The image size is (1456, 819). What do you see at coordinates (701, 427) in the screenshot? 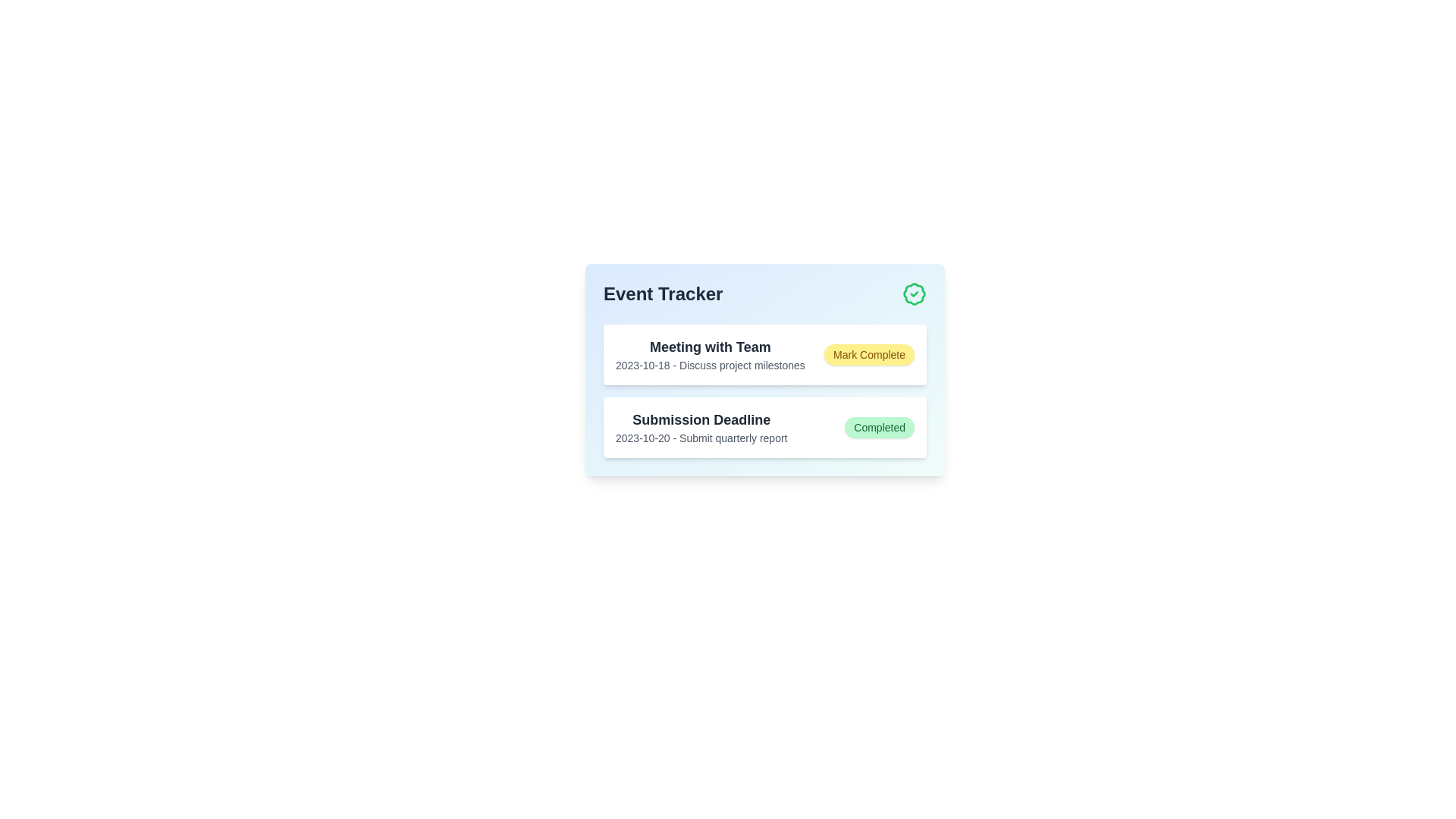
I see `the content of the text block titled 'Submission Deadline' that contains the deadline details for the quarterly report` at bounding box center [701, 427].